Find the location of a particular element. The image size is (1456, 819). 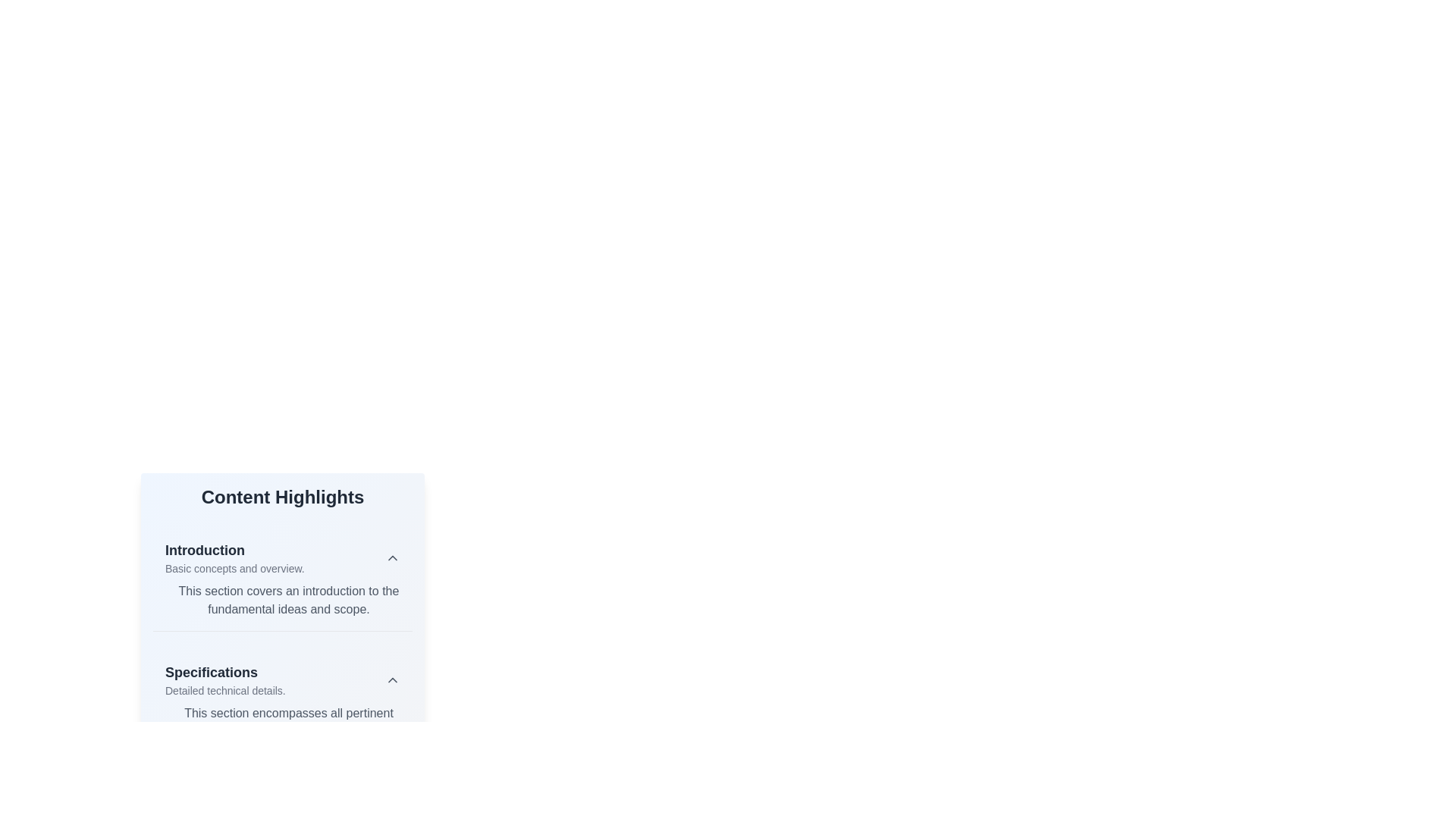

the collapsible header located just beneath 'Content Highlights' is located at coordinates (283, 558).